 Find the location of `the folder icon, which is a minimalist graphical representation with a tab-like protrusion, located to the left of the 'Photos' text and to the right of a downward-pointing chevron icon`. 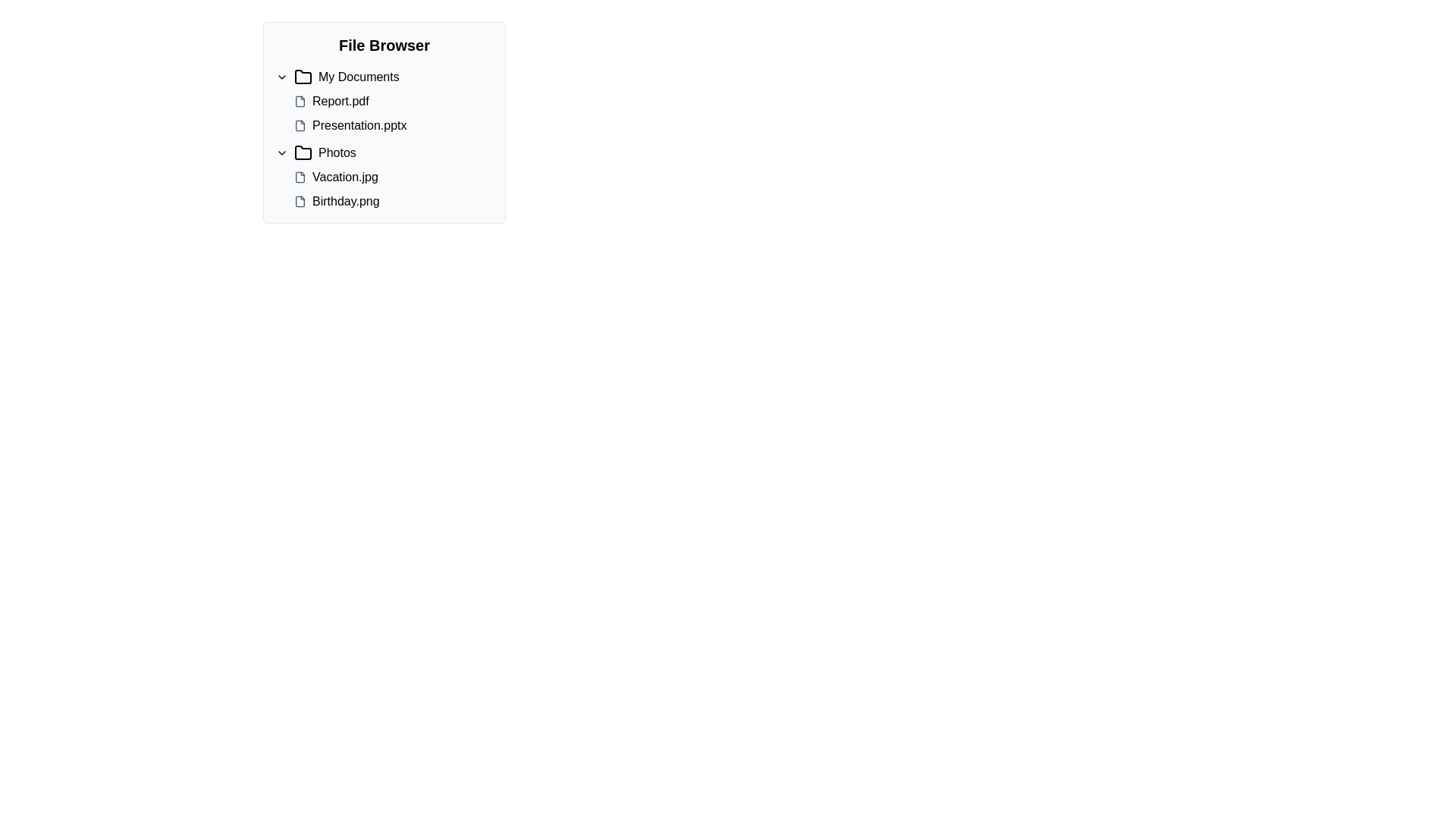

the folder icon, which is a minimalist graphical representation with a tab-like protrusion, located to the left of the 'Photos' text and to the right of a downward-pointing chevron icon is located at coordinates (303, 152).